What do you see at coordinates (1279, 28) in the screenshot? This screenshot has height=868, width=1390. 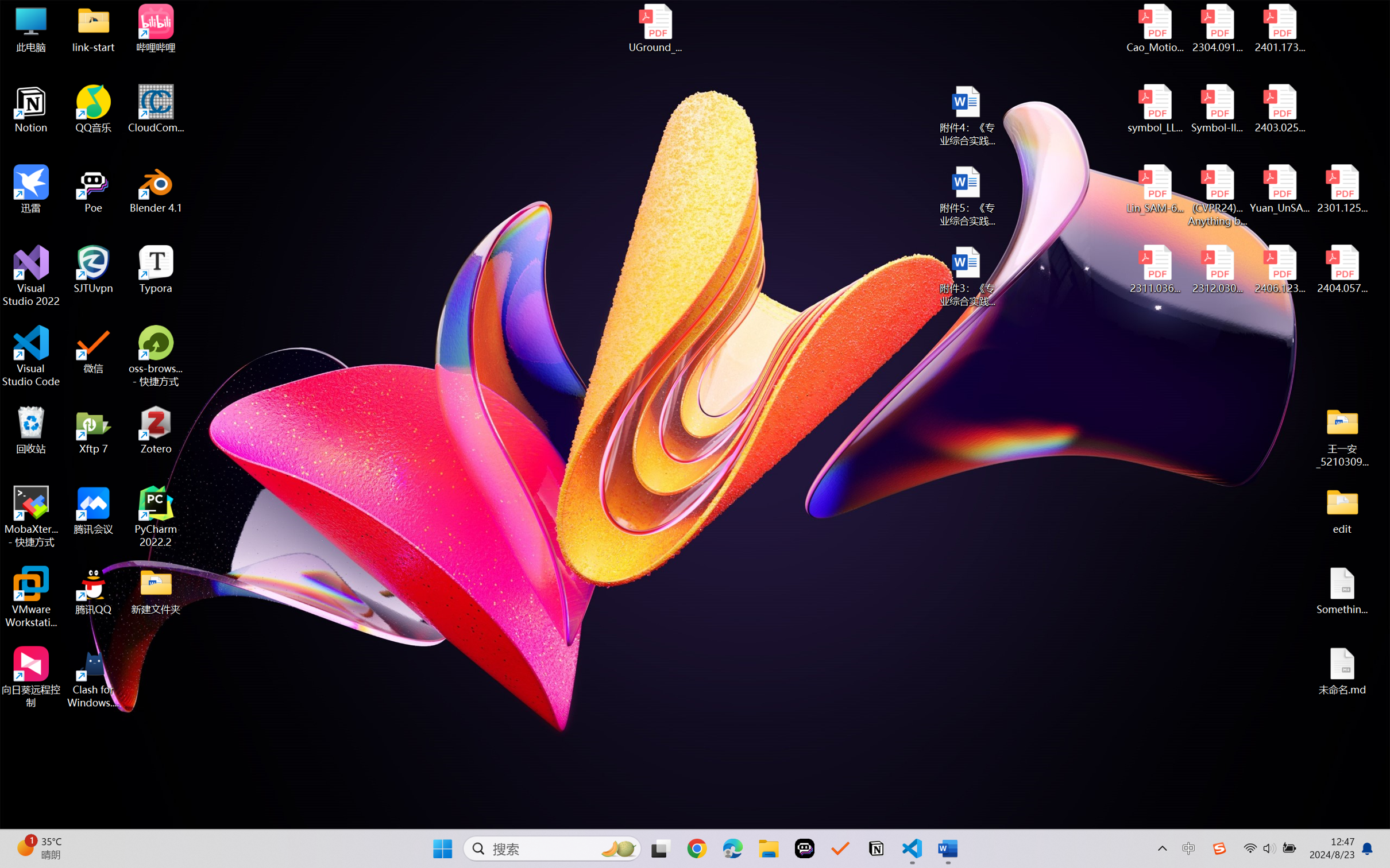 I see `'2401.17399v1.pdf'` at bounding box center [1279, 28].